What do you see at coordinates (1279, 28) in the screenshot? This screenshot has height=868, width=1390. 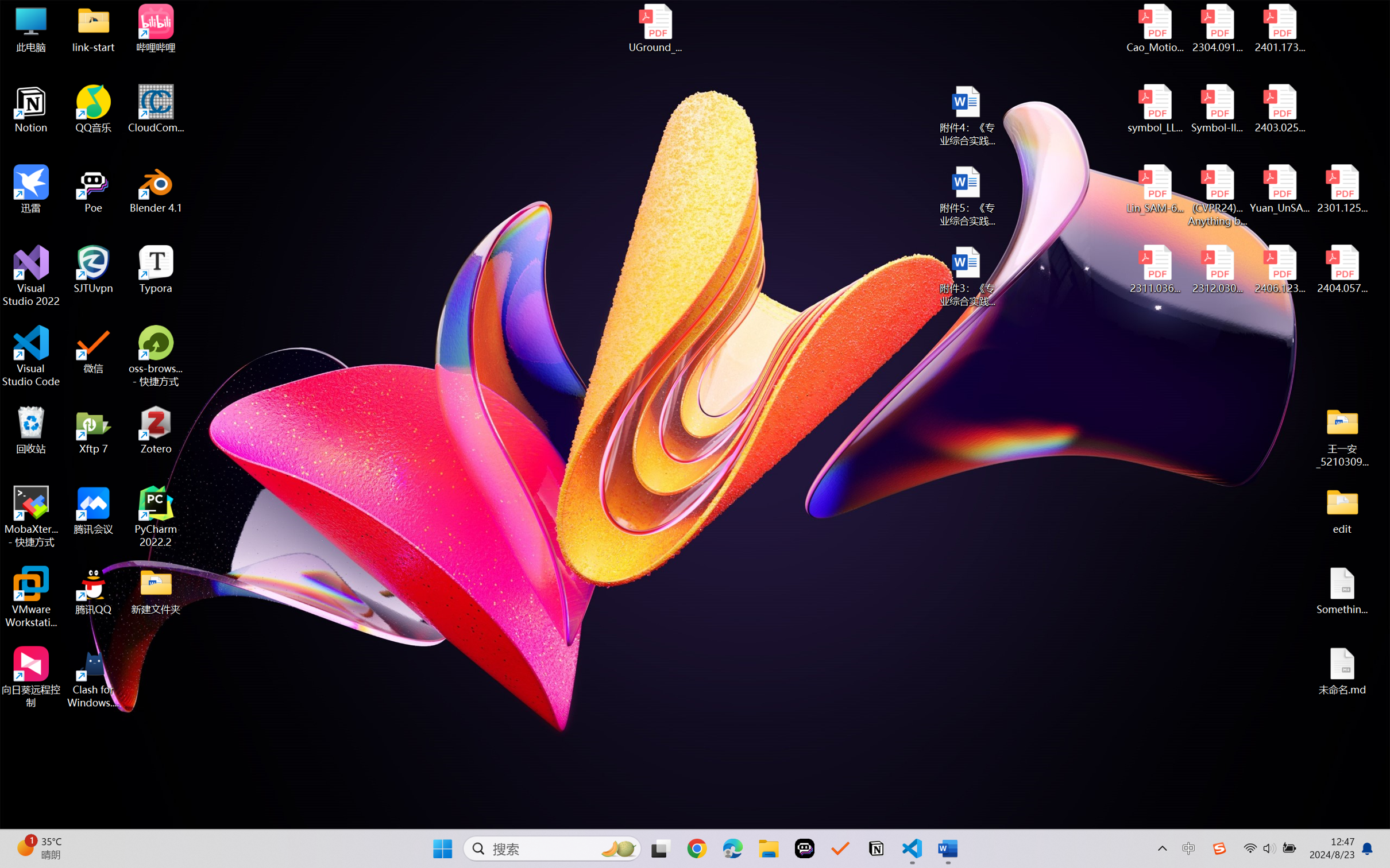 I see `'2401.17399v1.pdf'` at bounding box center [1279, 28].